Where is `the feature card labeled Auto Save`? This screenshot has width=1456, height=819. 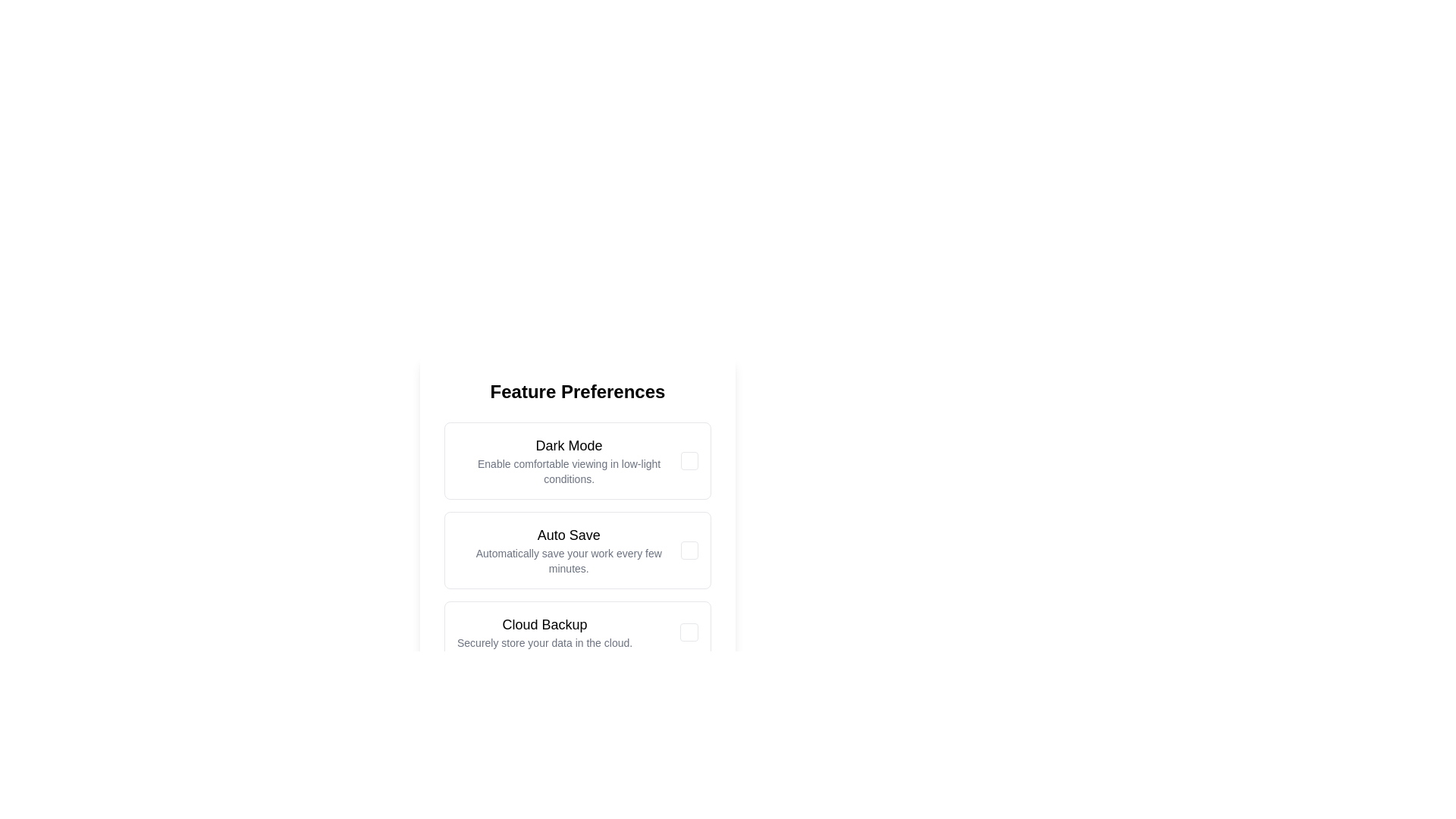
the feature card labeled Auto Save is located at coordinates (568, 550).